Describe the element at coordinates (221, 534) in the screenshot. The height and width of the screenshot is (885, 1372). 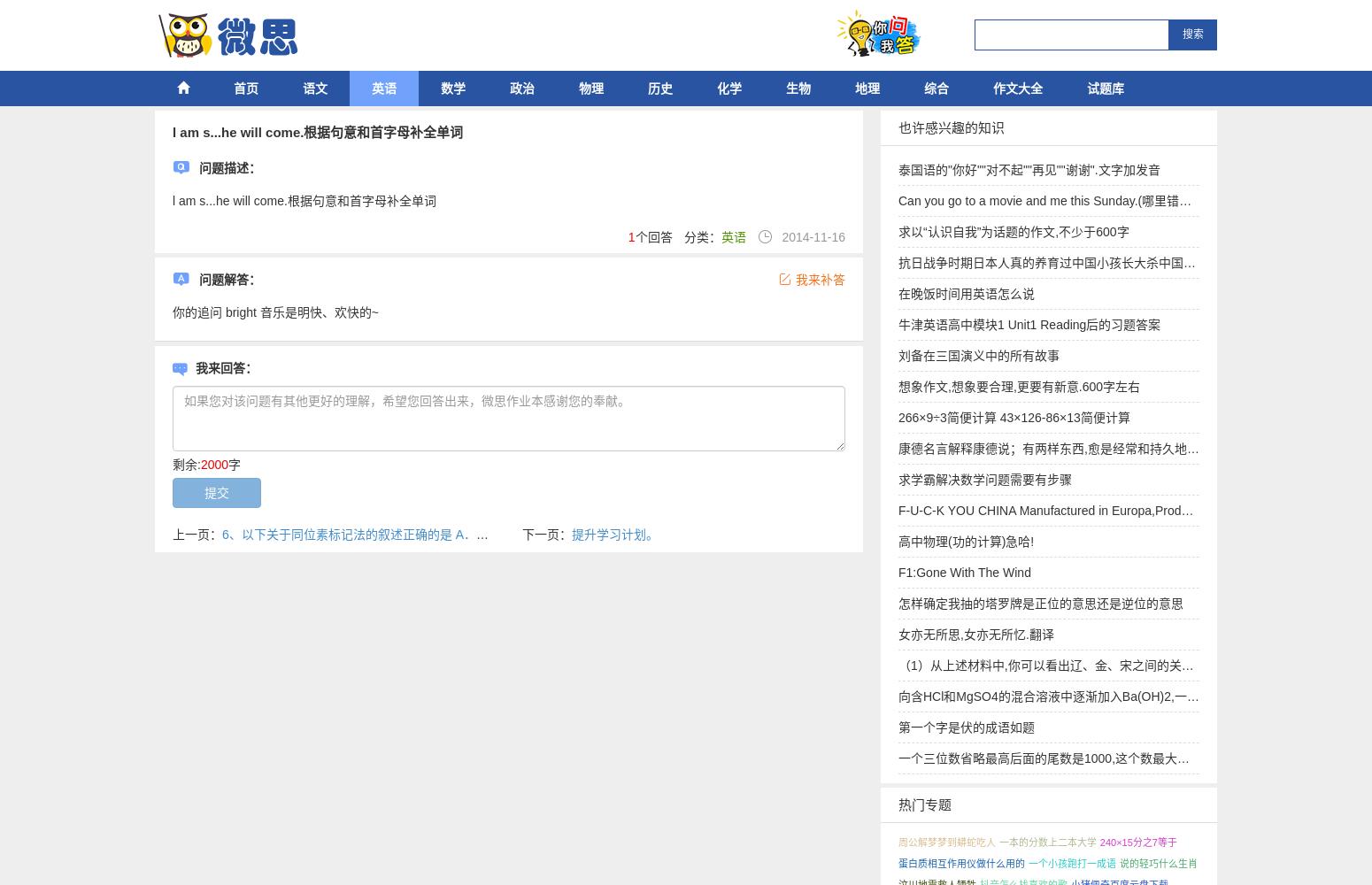
I see `'6、以下关于同位素标记法的叙述正确的是 A．向洋葱的培养液中添加含15N的尿嘧啶核糖核苷酸，根尖分生区细胞对该物质的吸收'` at that location.